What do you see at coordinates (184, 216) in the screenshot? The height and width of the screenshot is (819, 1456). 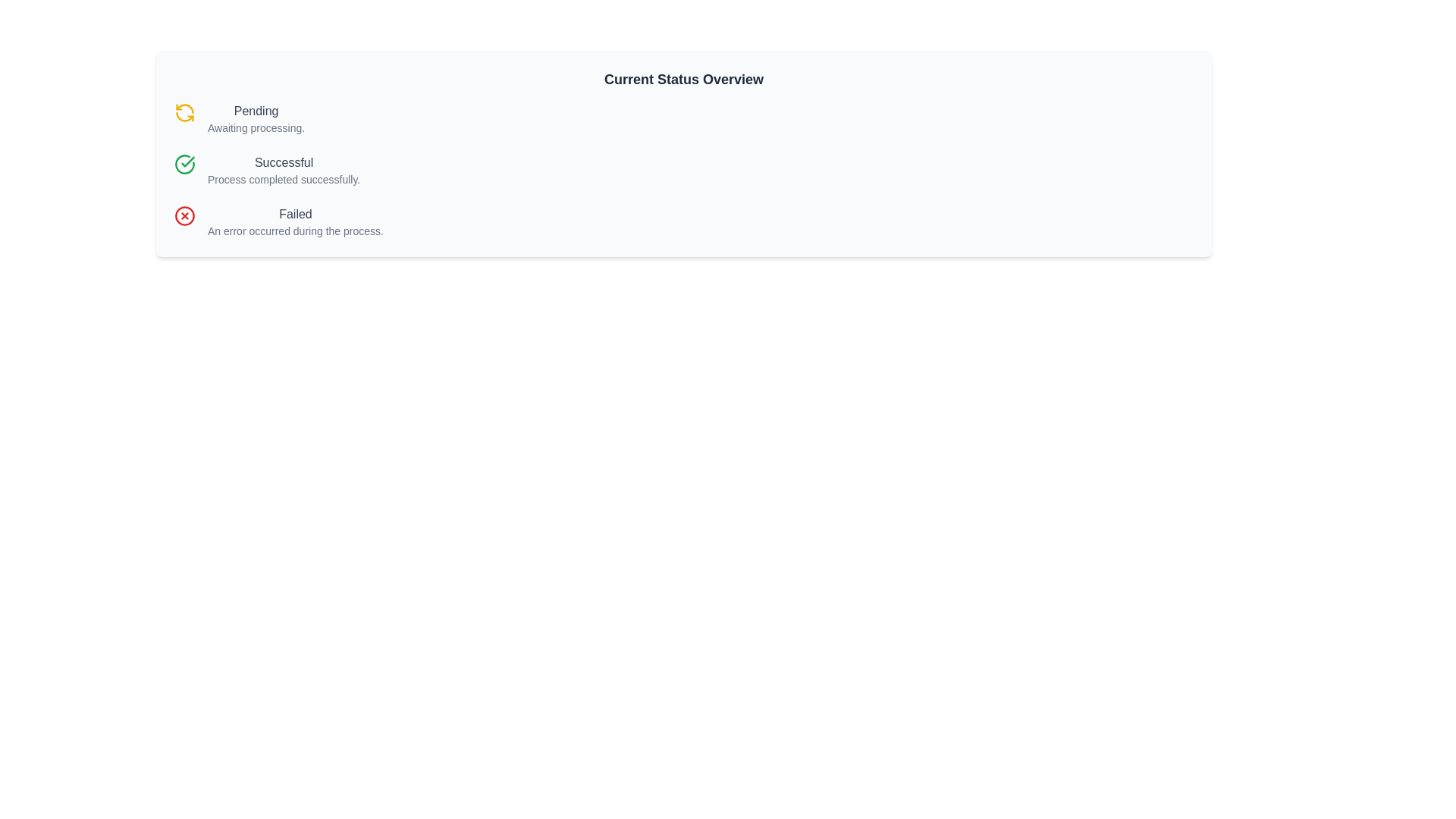 I see `the red error icon with an 'X' symbol, which is positioned to the left of the 'Failed' label` at bounding box center [184, 216].